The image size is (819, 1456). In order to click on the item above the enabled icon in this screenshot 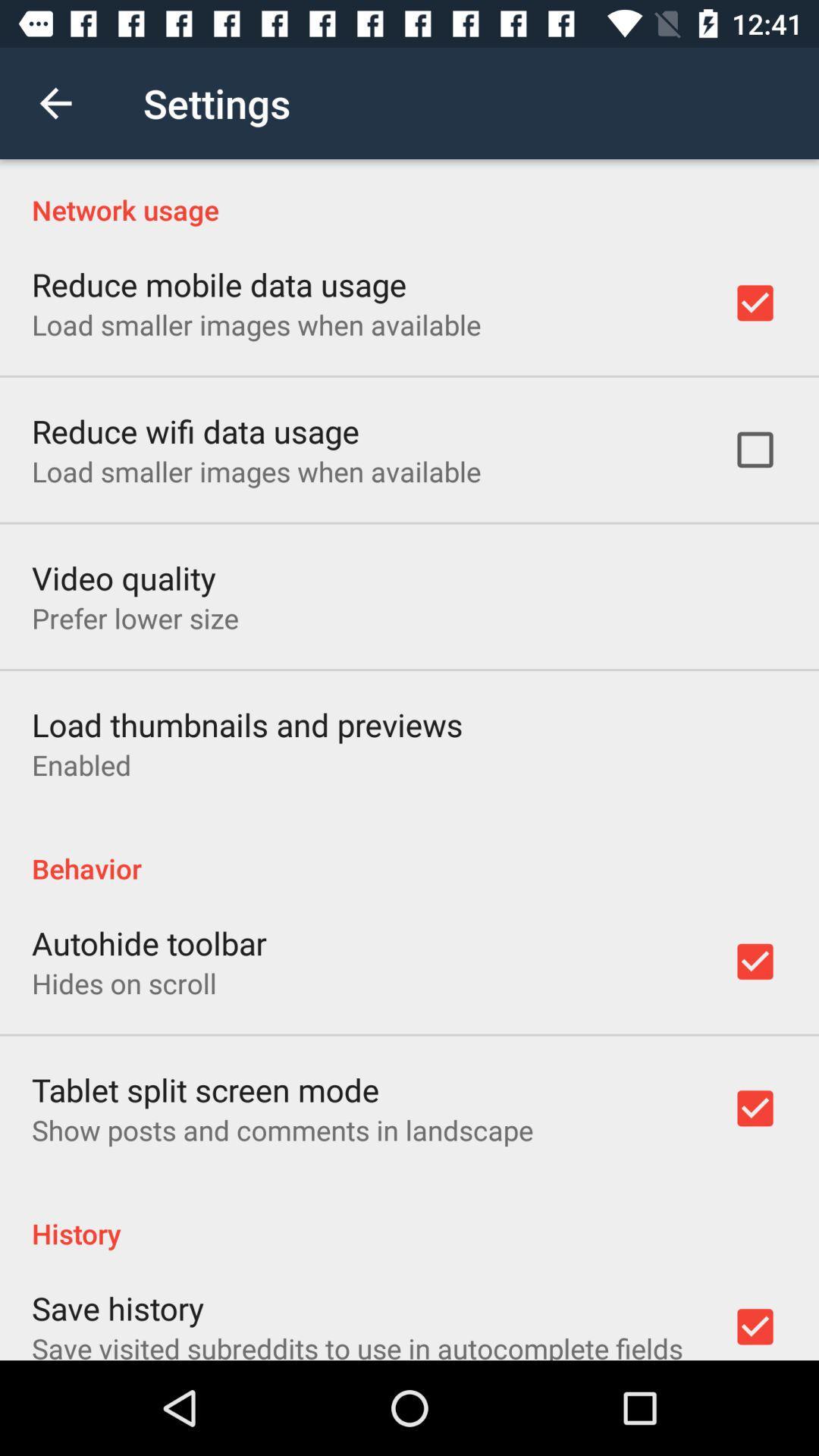, I will do `click(246, 723)`.